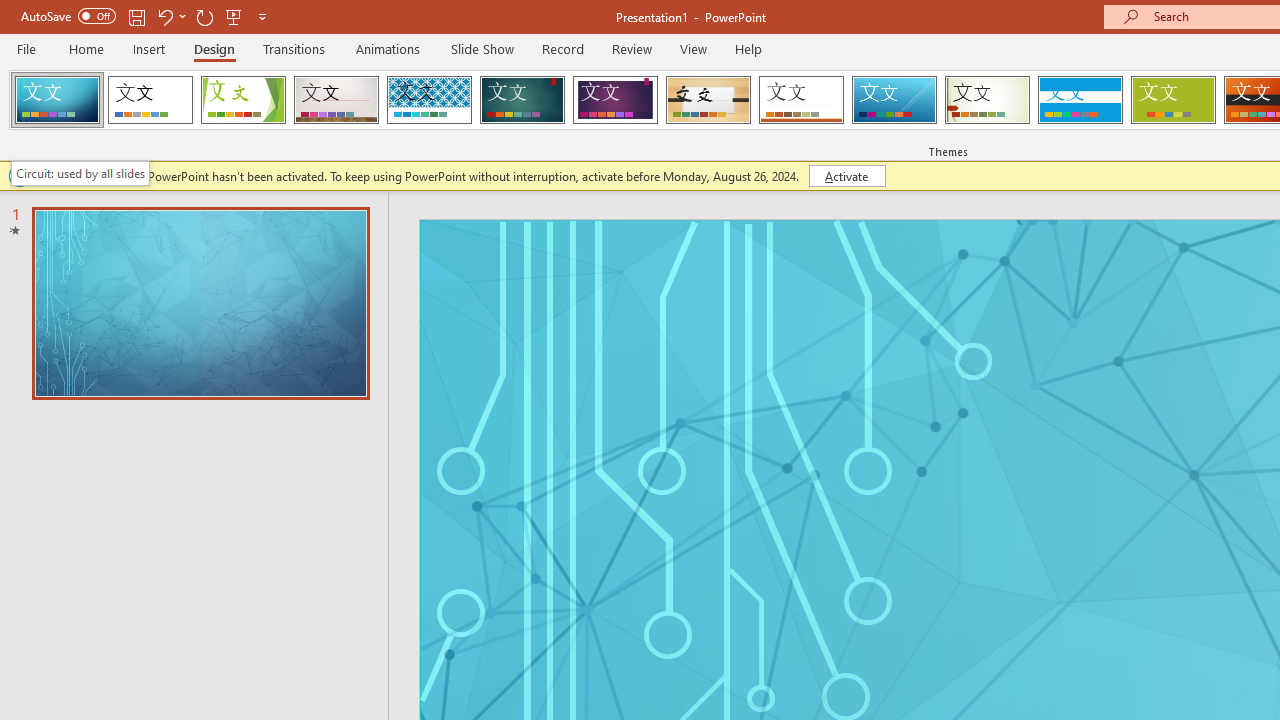 The height and width of the screenshot is (720, 1280). I want to click on 'Facet', so click(242, 100).